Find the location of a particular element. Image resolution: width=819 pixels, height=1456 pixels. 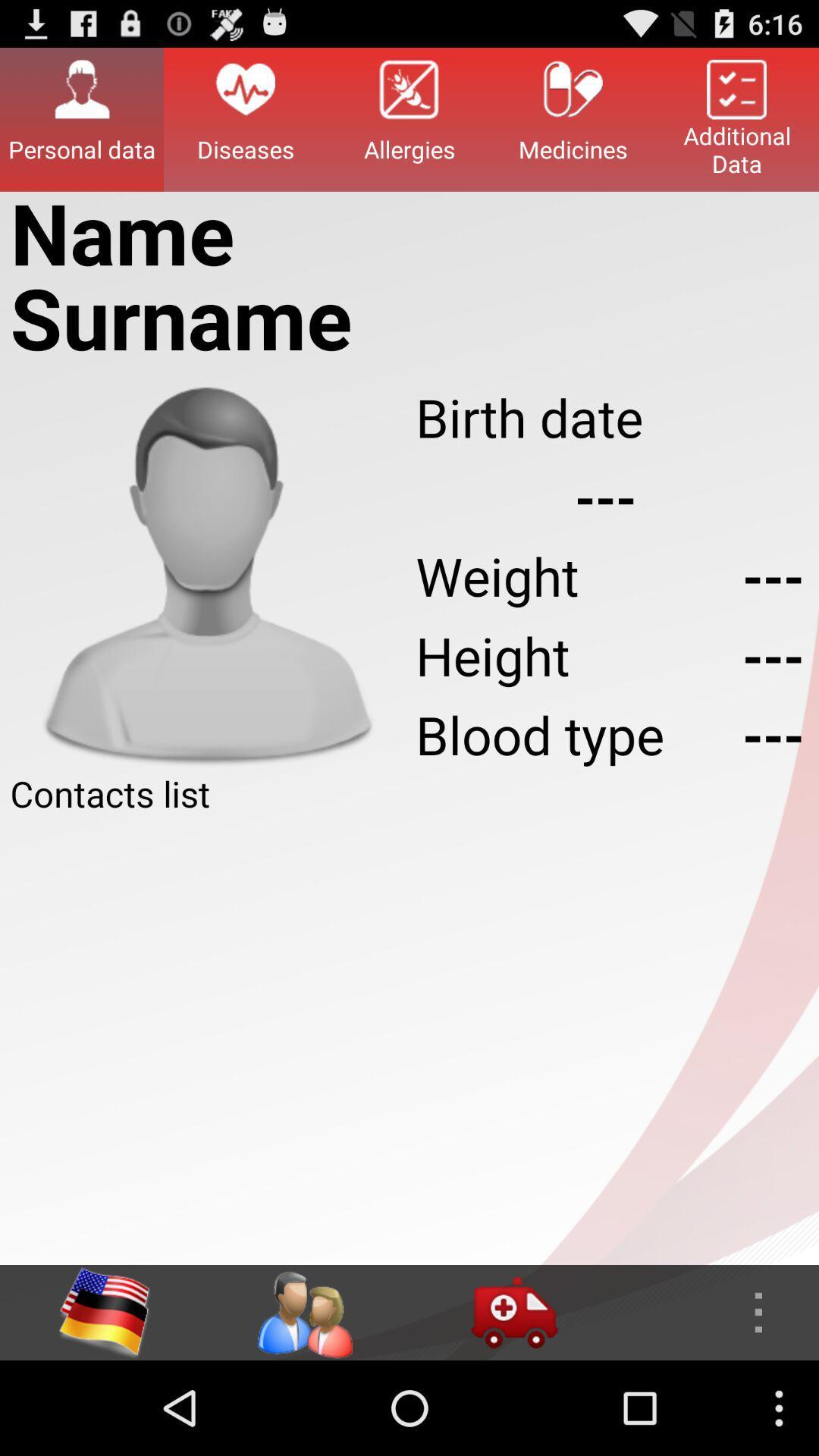

the additional data icon is located at coordinates (736, 118).